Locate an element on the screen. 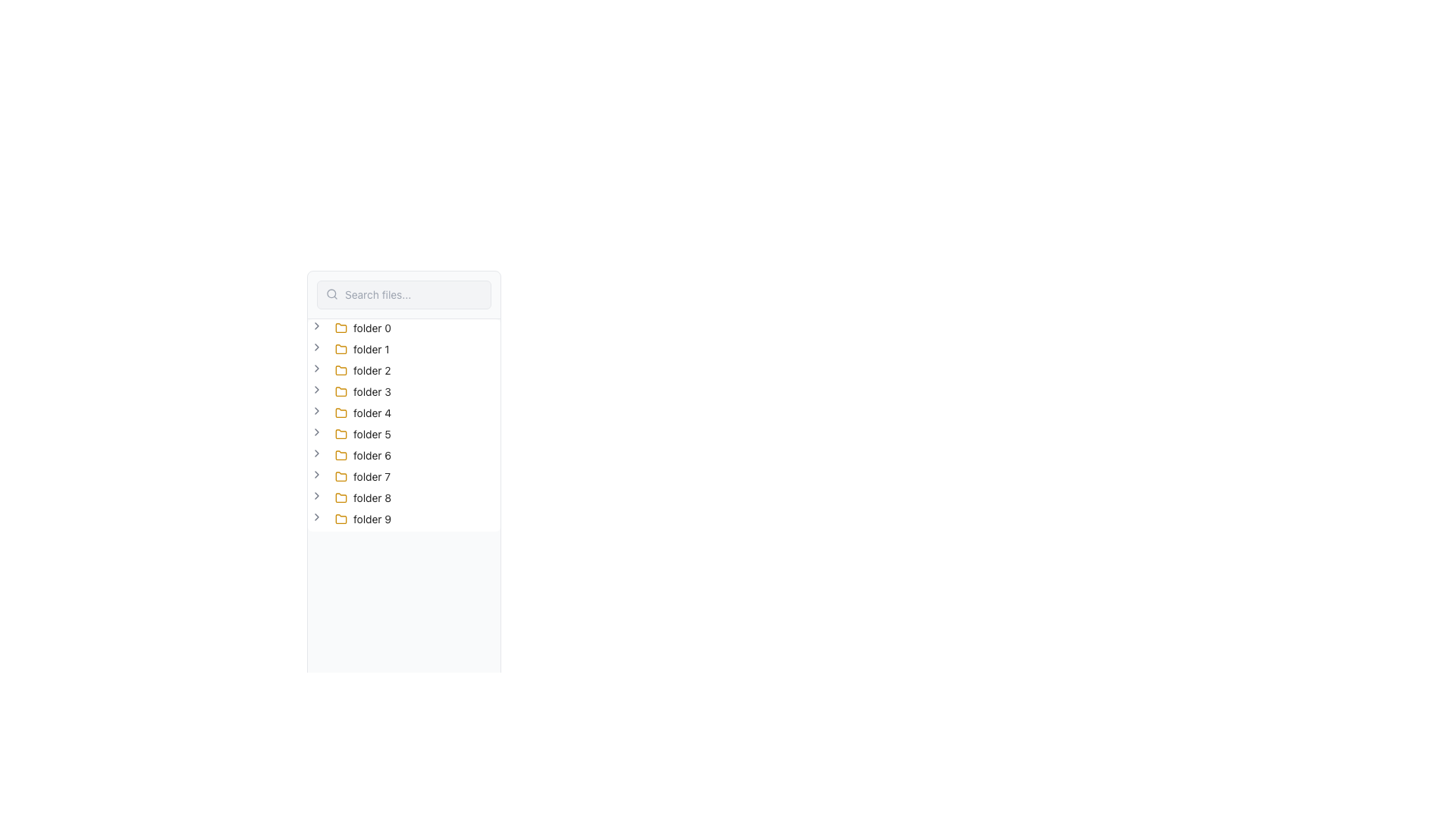 This screenshot has width=1456, height=819. the search input field at the top-left corner of the interface to focus on it is located at coordinates (403, 295).